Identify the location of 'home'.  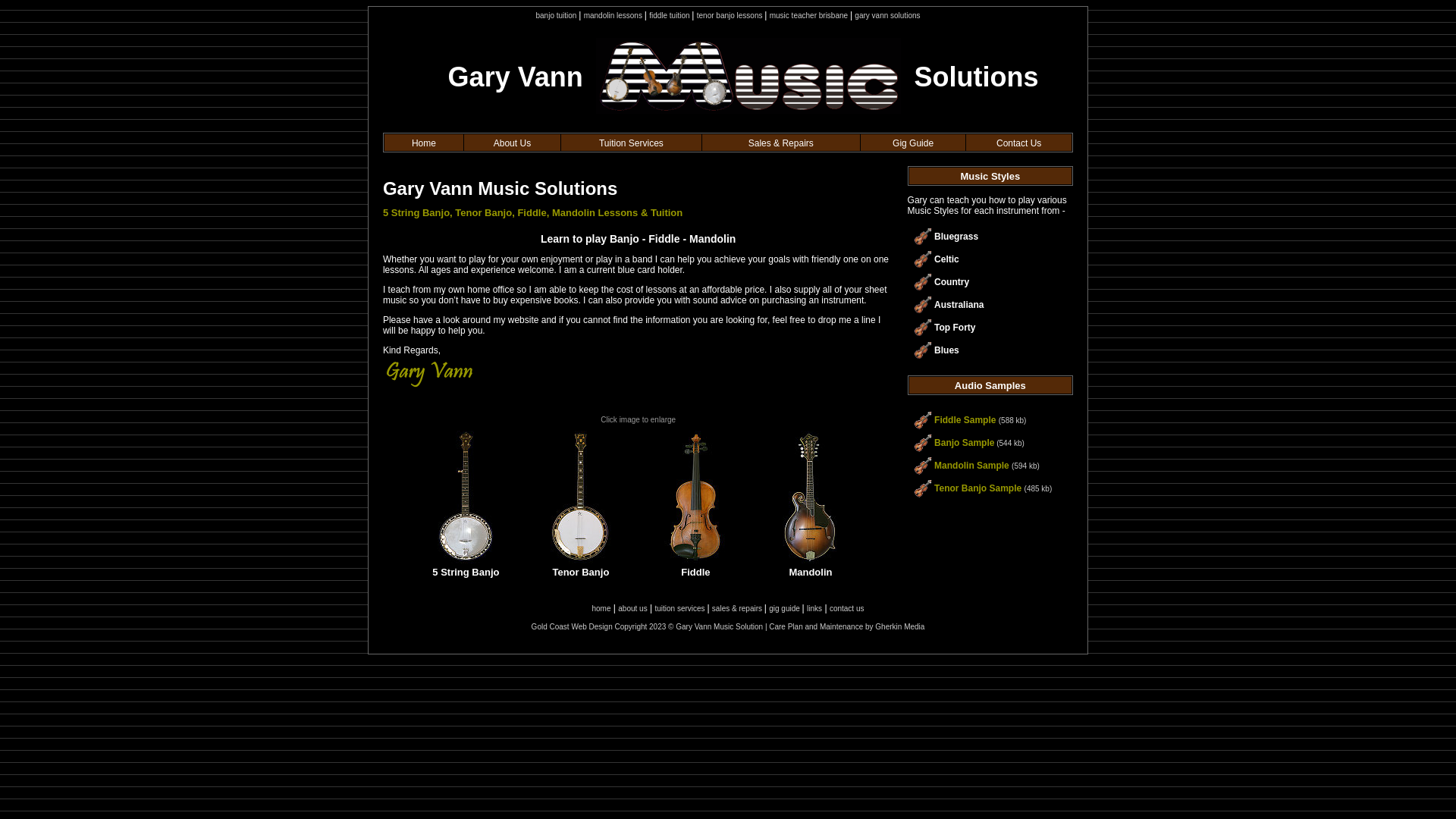
(590, 607).